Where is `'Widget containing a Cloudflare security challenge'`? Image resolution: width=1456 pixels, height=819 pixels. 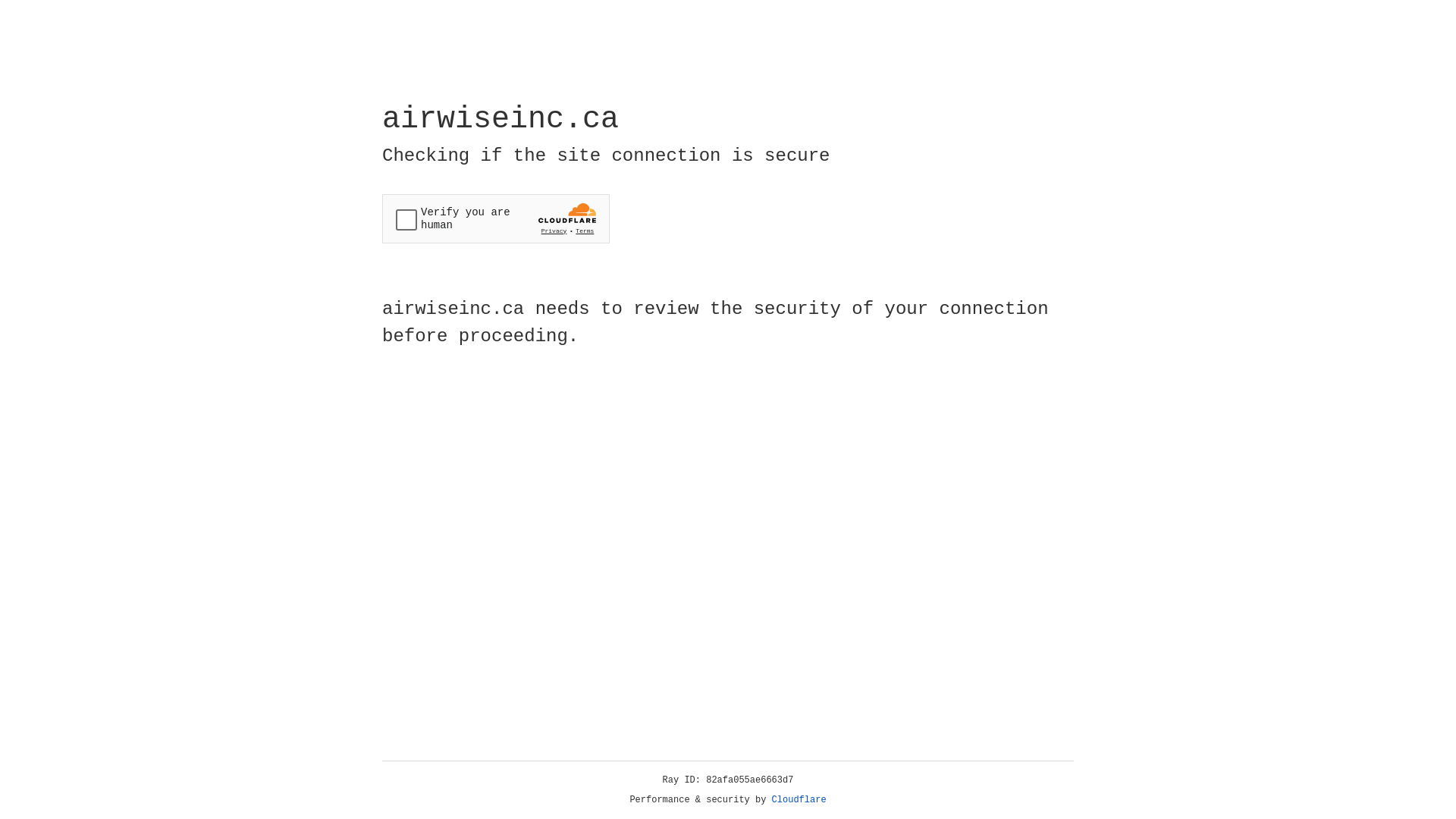 'Widget containing a Cloudflare security challenge' is located at coordinates (495, 218).